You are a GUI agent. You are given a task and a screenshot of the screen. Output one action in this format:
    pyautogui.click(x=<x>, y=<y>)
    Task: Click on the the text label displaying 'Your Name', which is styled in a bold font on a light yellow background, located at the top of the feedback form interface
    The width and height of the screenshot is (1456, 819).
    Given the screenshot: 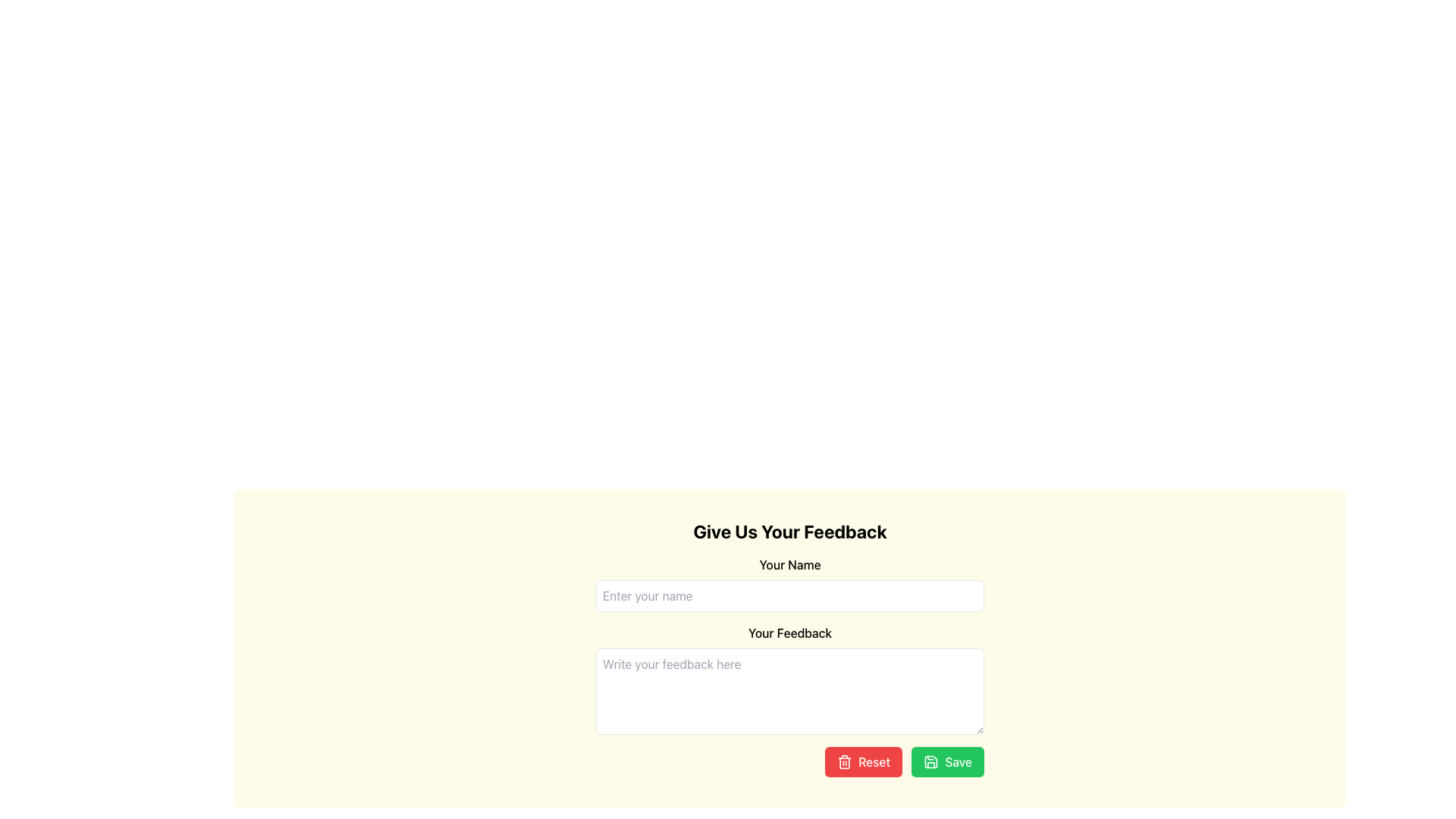 What is the action you would take?
    pyautogui.click(x=789, y=564)
    